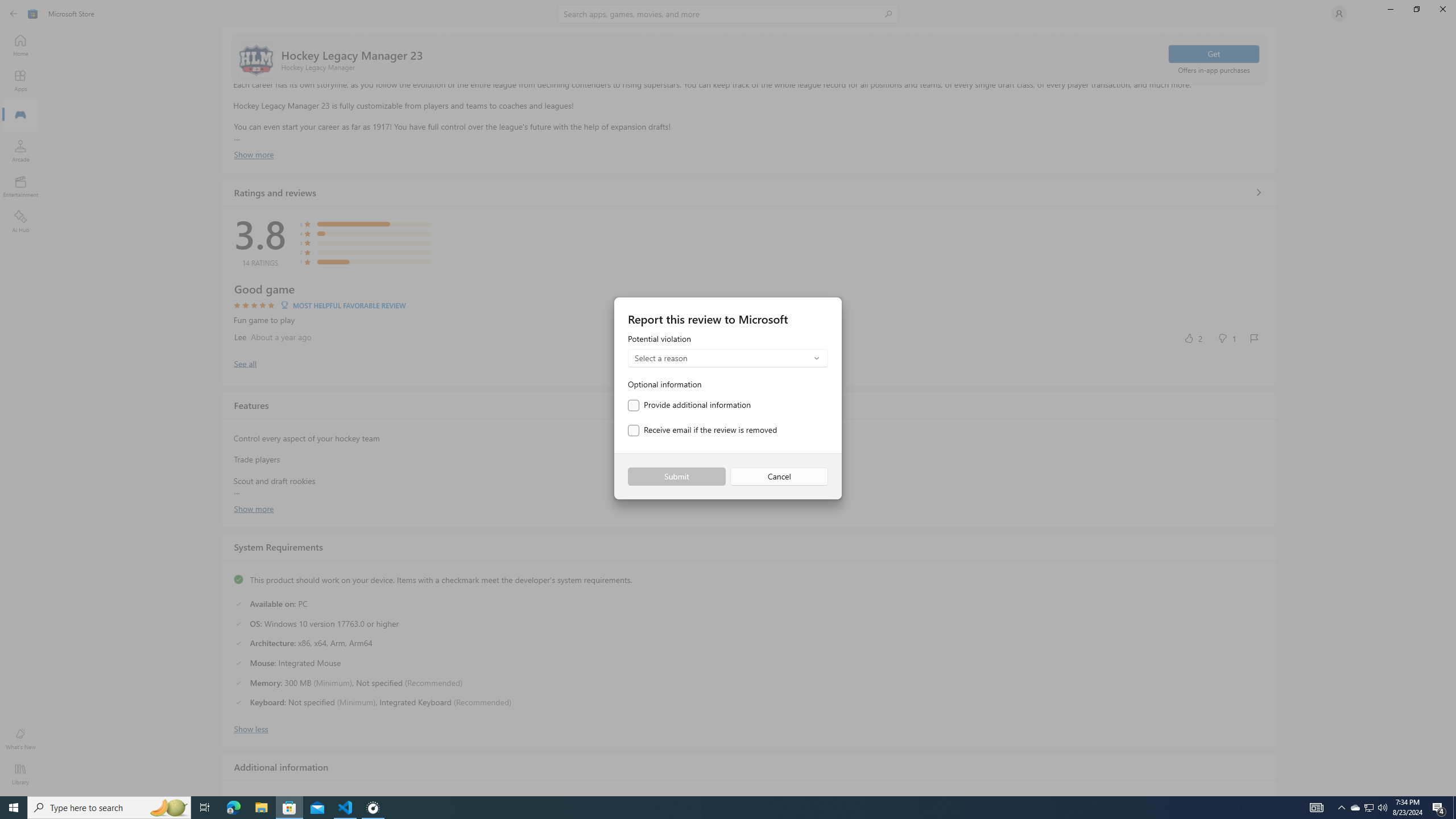  What do you see at coordinates (1226, 337) in the screenshot?
I see `'No, this was not helpful. 1 votes.'` at bounding box center [1226, 337].